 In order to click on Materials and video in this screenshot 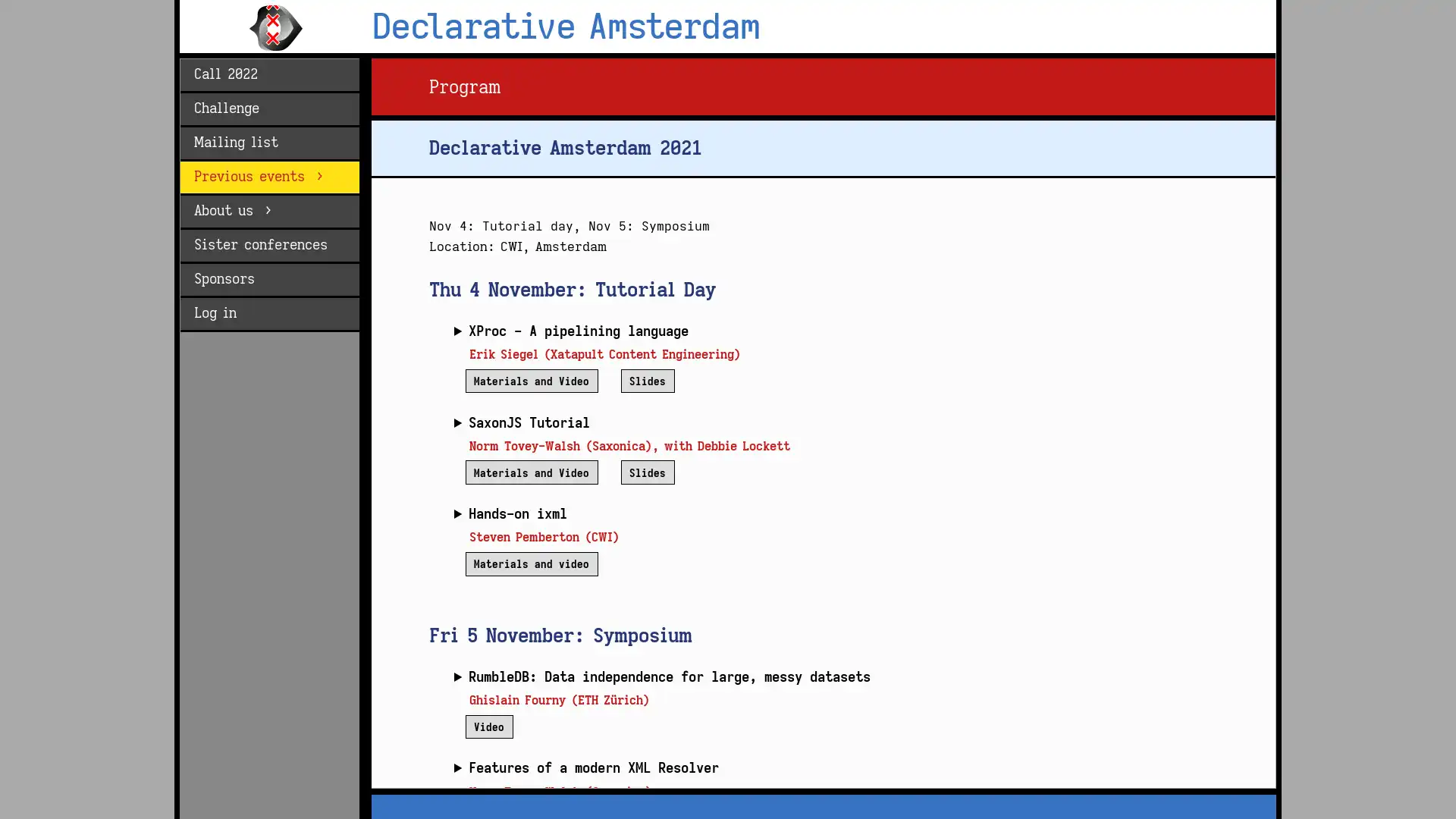, I will do `click(531, 563)`.